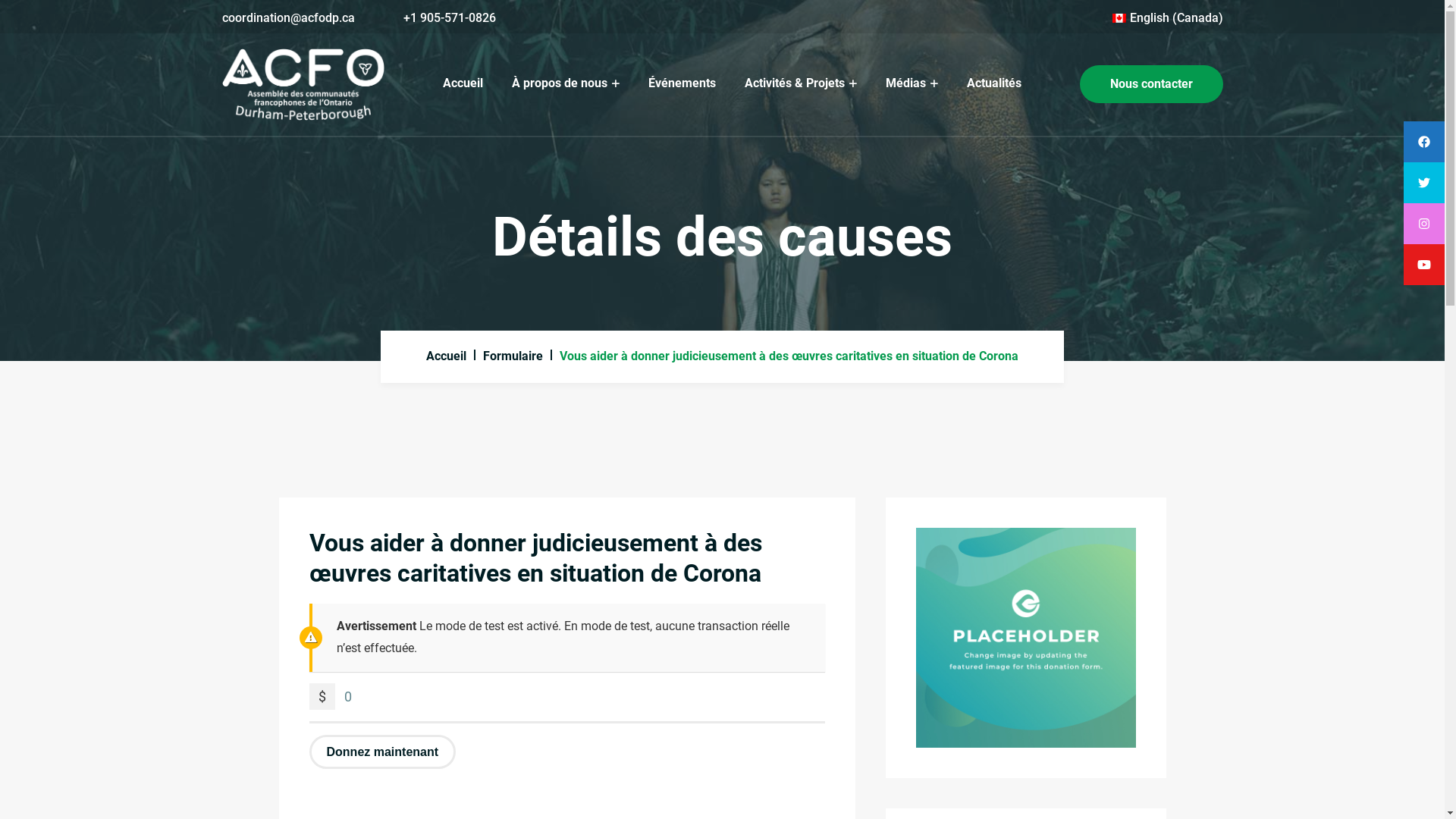 The image size is (1456, 819). Describe the element at coordinates (1151, 84) in the screenshot. I see `'Nous contacter'` at that location.